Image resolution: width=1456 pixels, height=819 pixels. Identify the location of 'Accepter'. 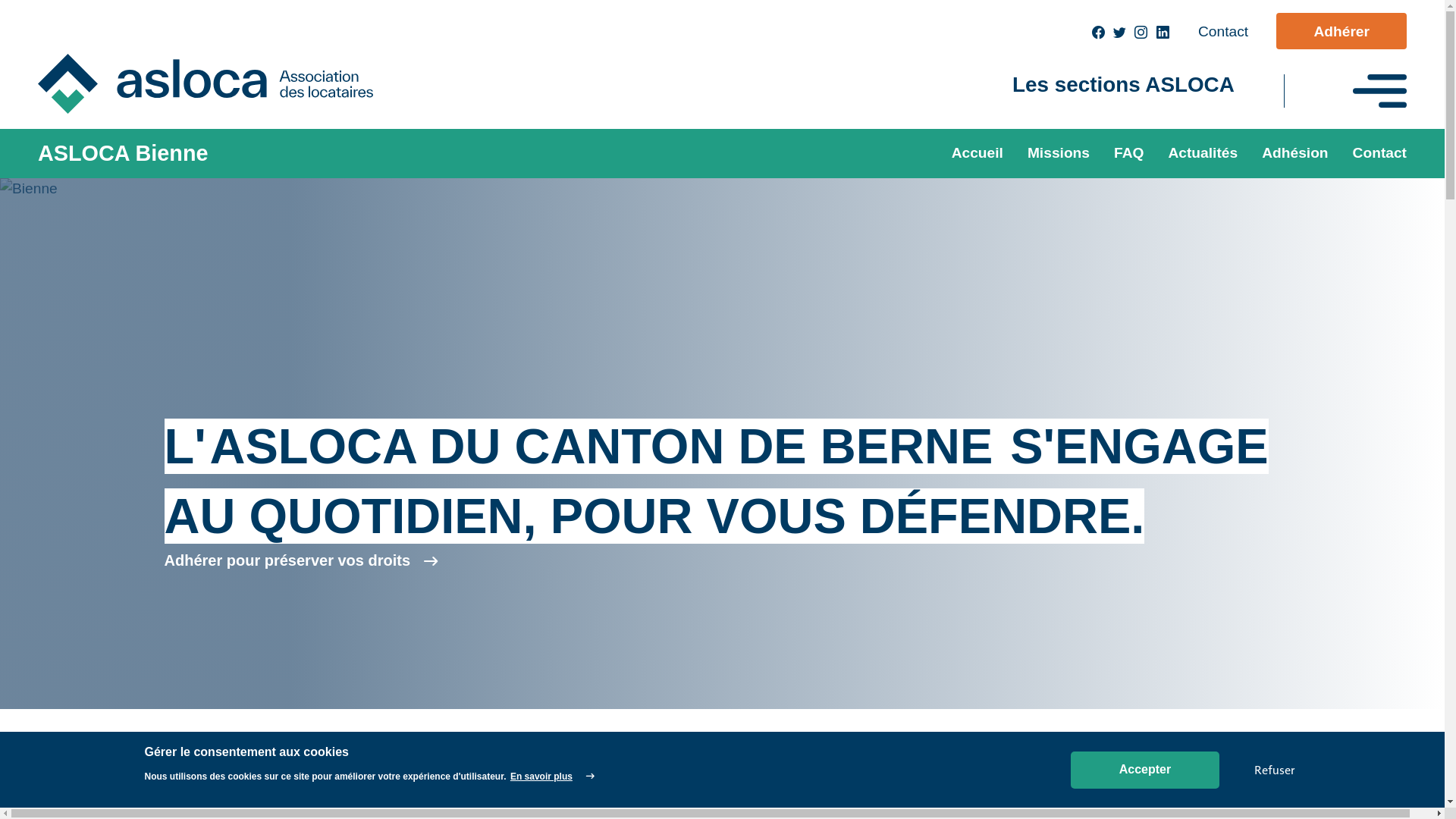
(1145, 770).